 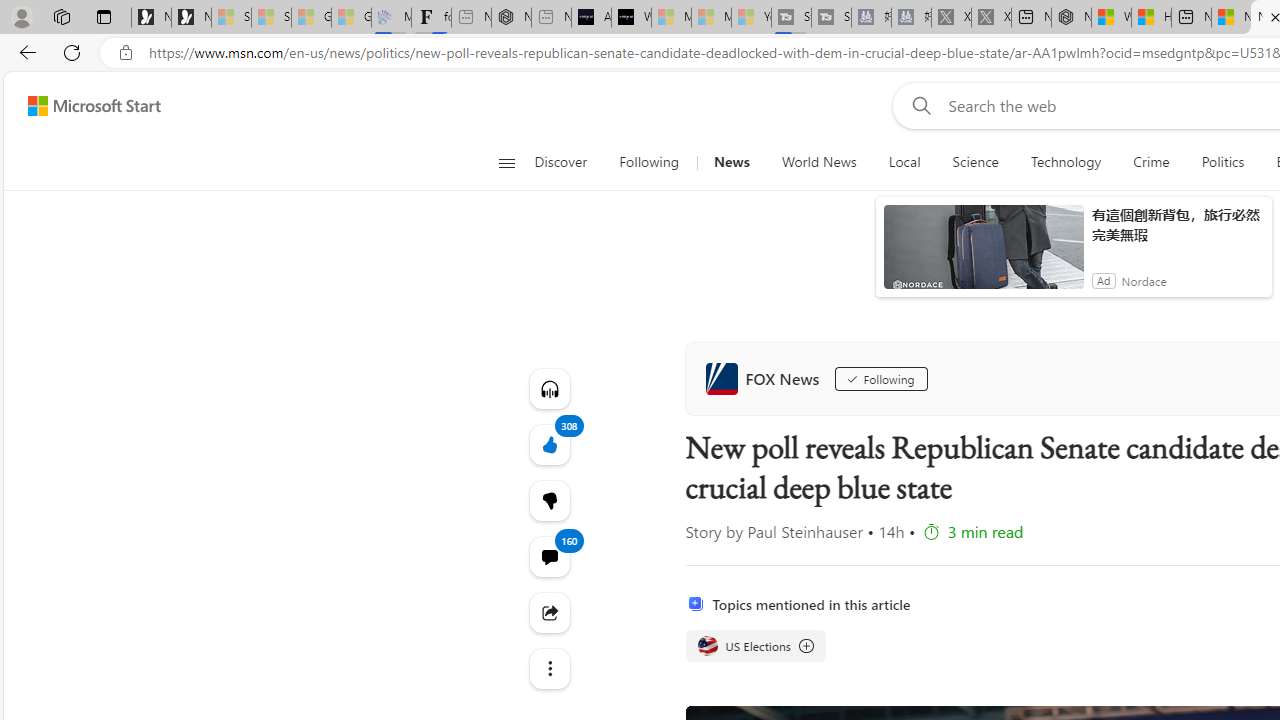 I want to click on 'Skip to content', so click(x=86, y=105).